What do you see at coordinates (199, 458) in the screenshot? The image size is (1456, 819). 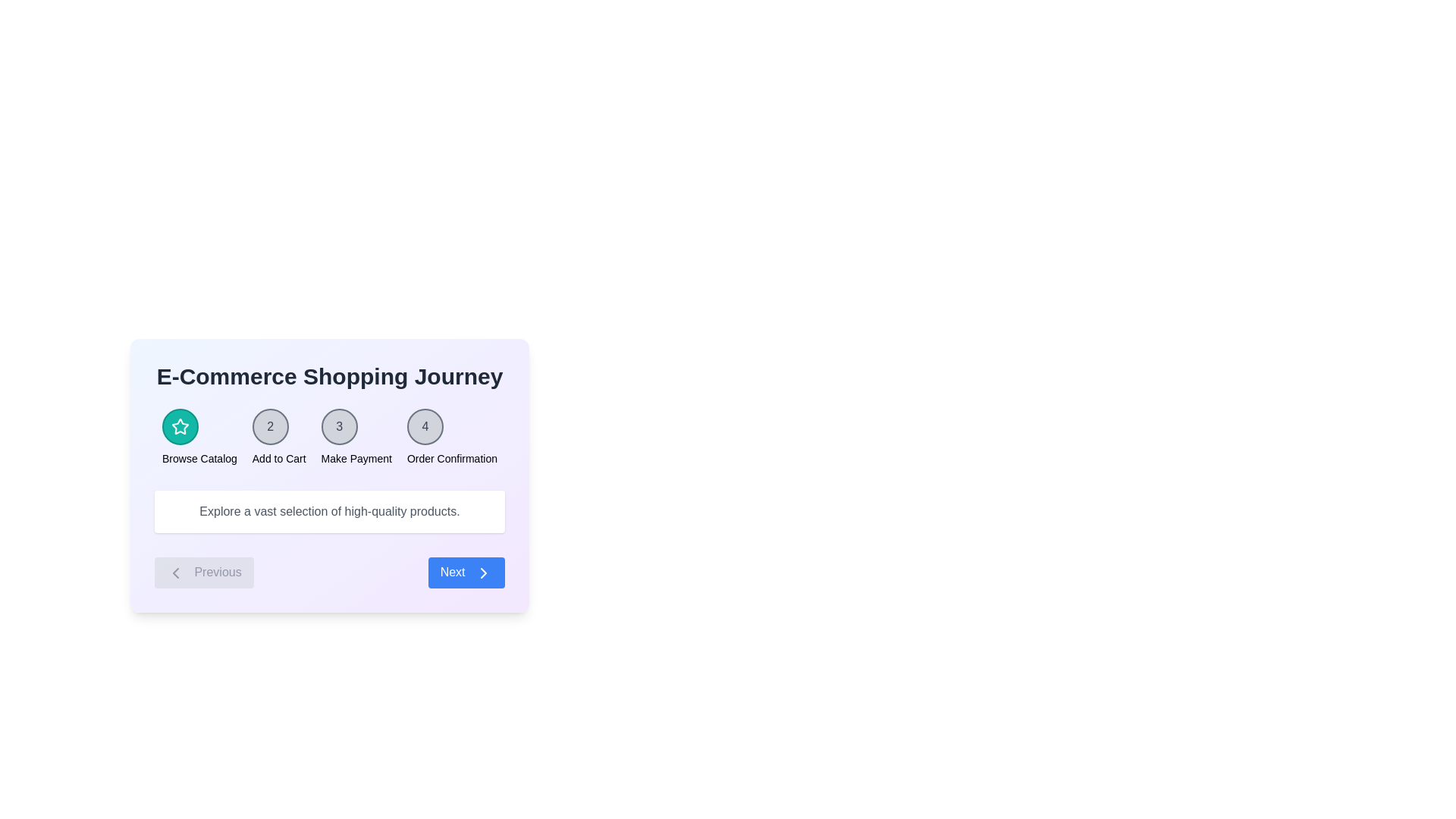 I see `the descriptive Text label located below the teal circular button with a white star icon in the first step of a multi-step process` at bounding box center [199, 458].